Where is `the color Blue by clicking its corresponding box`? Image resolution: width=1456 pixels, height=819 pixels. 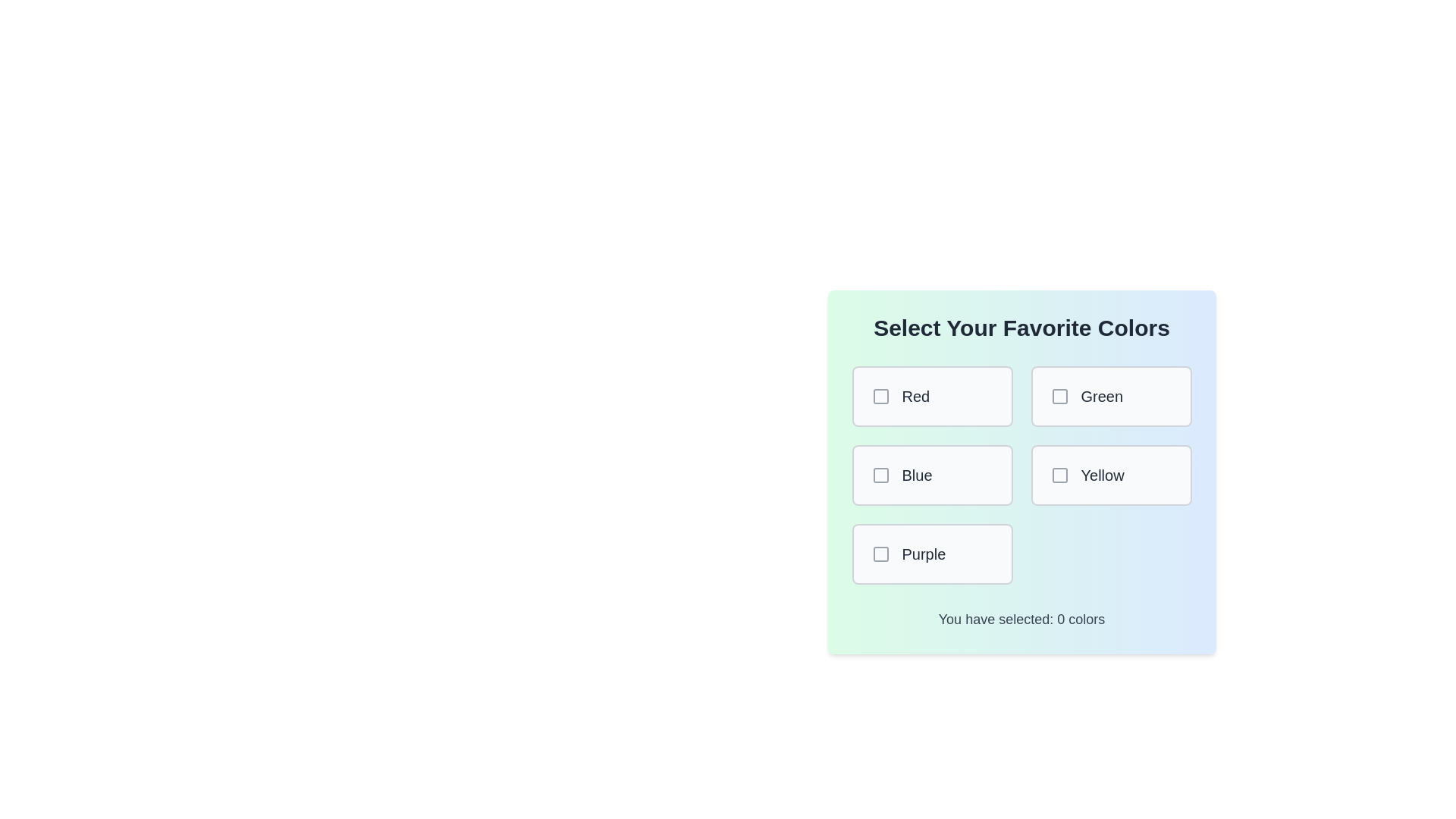
the color Blue by clicking its corresponding box is located at coordinates (931, 475).